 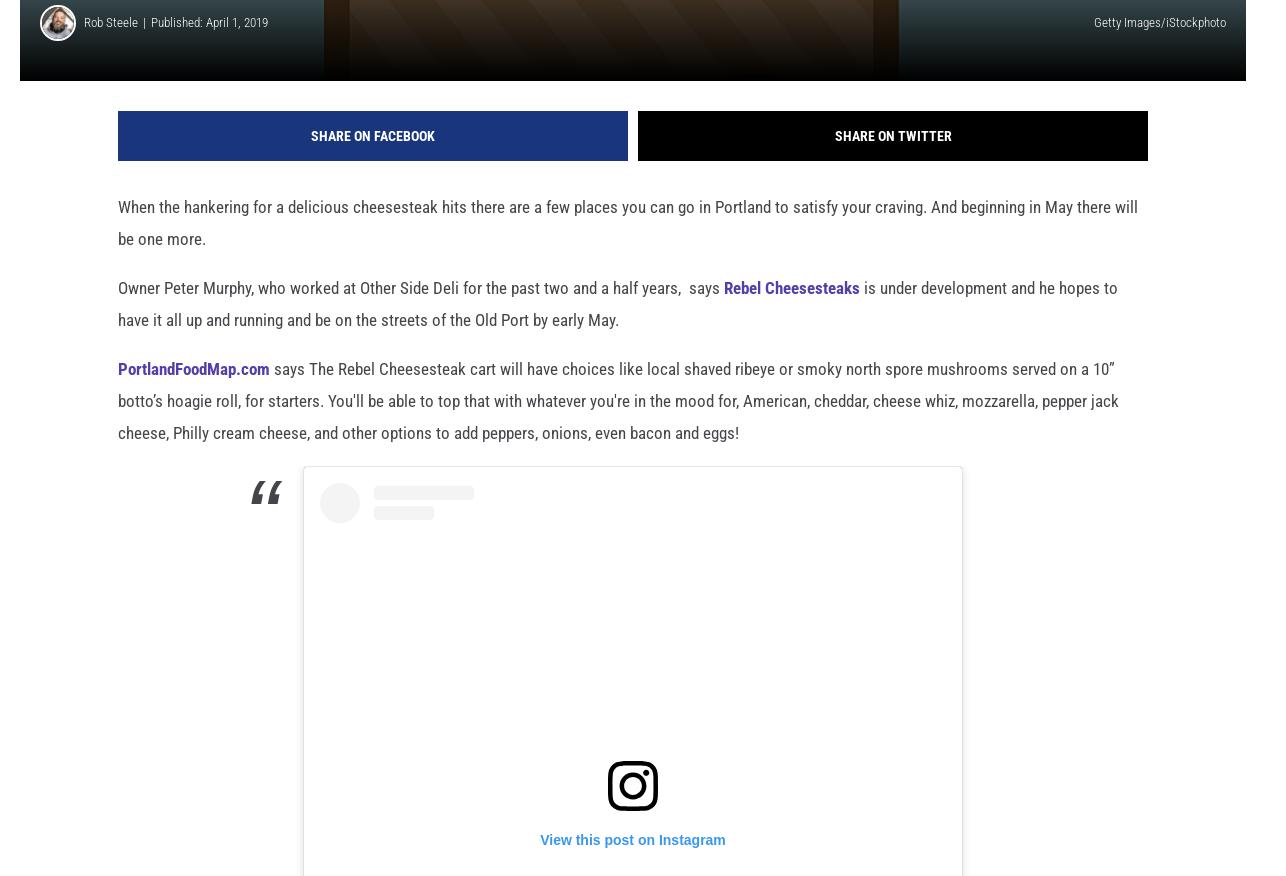 I want to click on 'Rebel Cheesesteaks', so click(x=792, y=320).